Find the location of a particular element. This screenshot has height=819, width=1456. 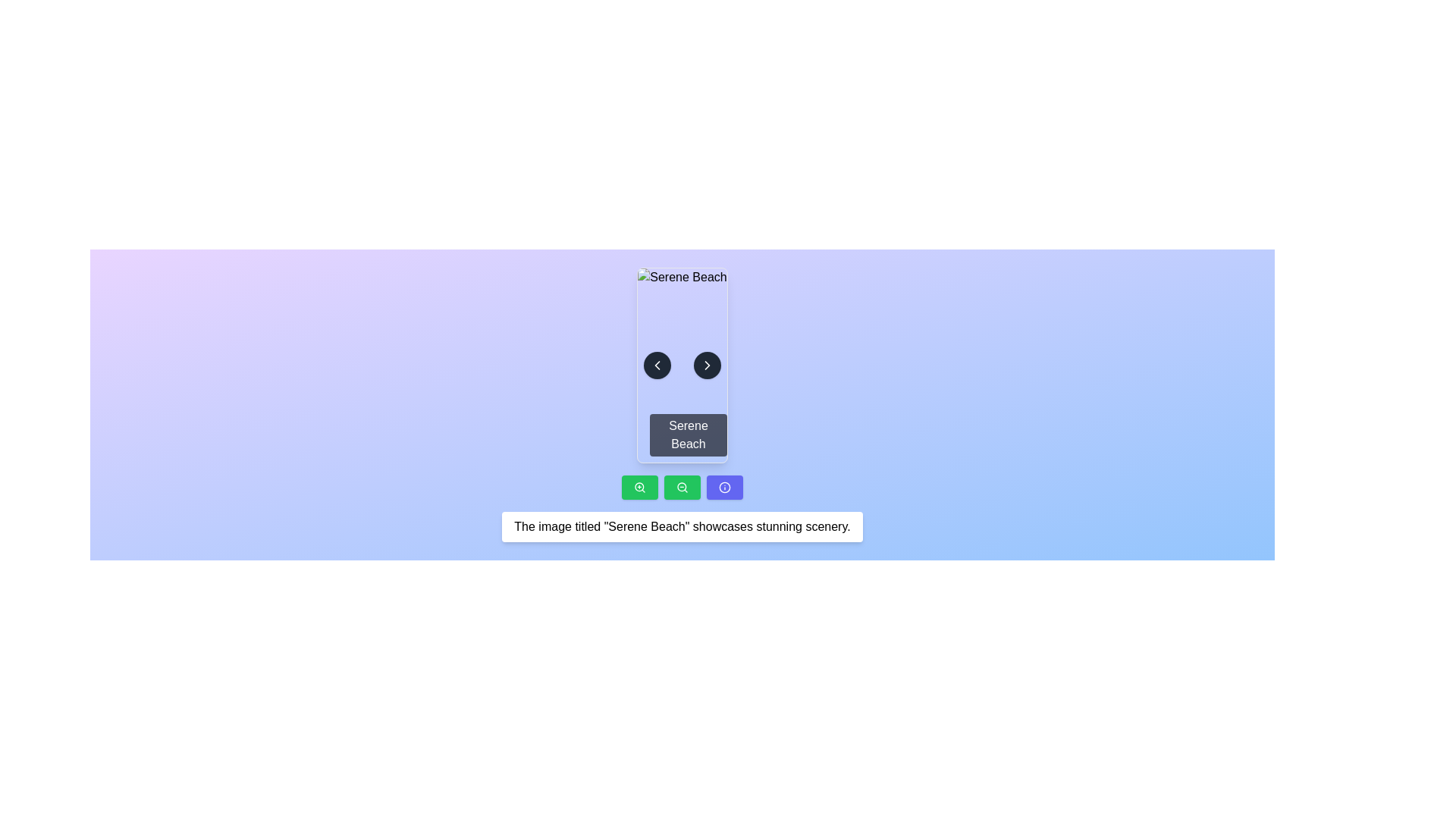

the circular button with a gray background and a white right arrow icon located in the center-right position of the 'Serene Beach' card component is located at coordinates (706, 366).